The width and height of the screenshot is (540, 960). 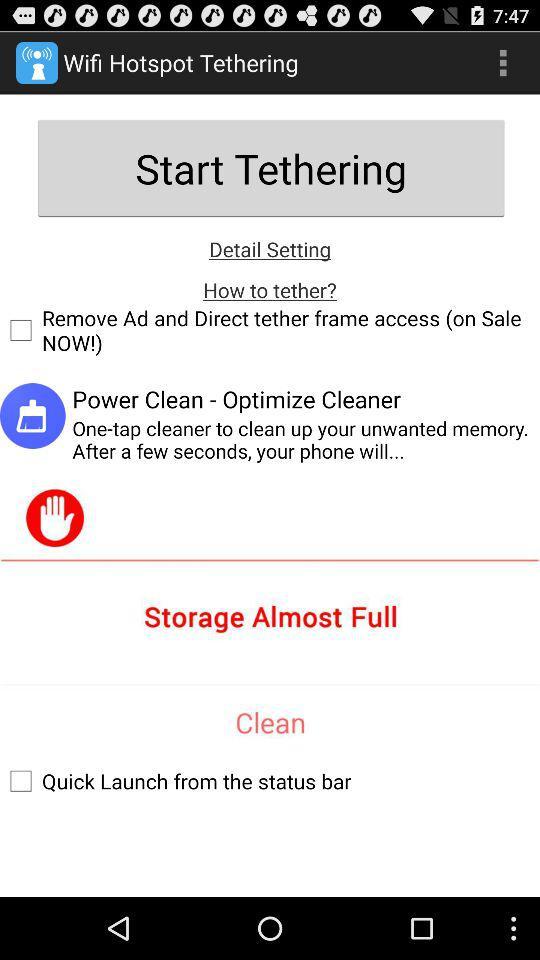 I want to click on open main menu, so click(x=502, y=62).